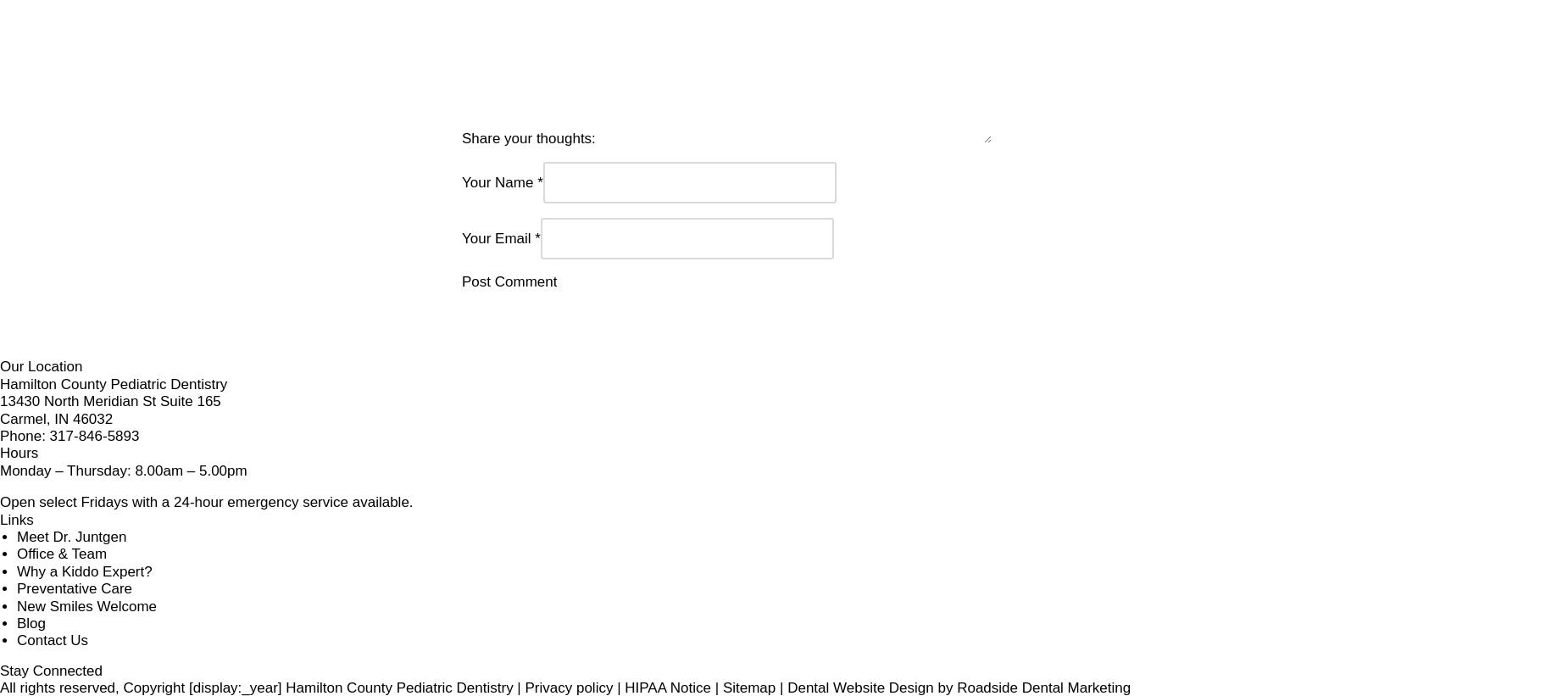  What do you see at coordinates (496, 192) in the screenshot?
I see `'Your Email'` at bounding box center [496, 192].